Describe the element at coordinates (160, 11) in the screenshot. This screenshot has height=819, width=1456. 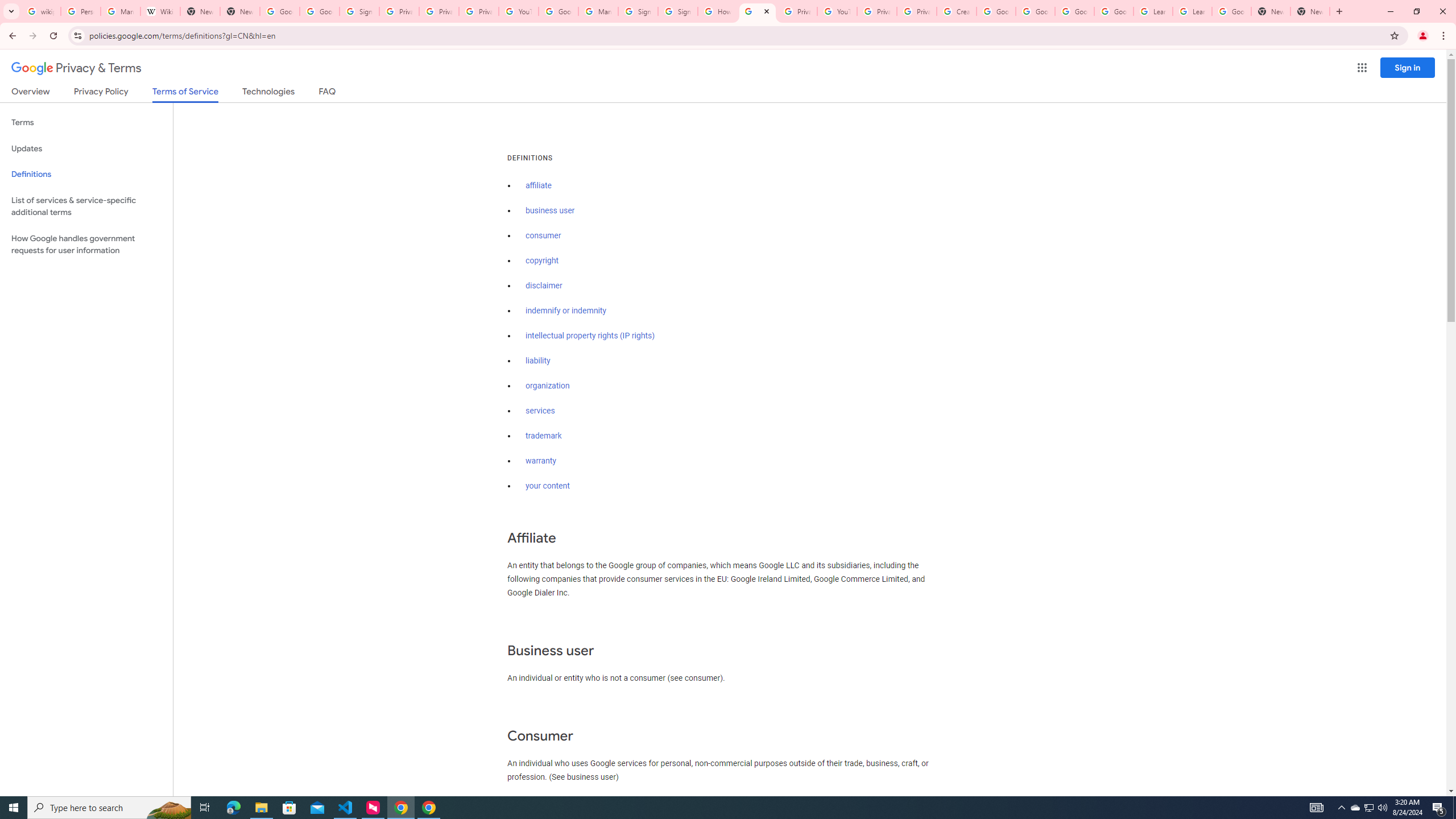
I see `'Wikipedia:Edit requests - Wikipedia'` at that location.